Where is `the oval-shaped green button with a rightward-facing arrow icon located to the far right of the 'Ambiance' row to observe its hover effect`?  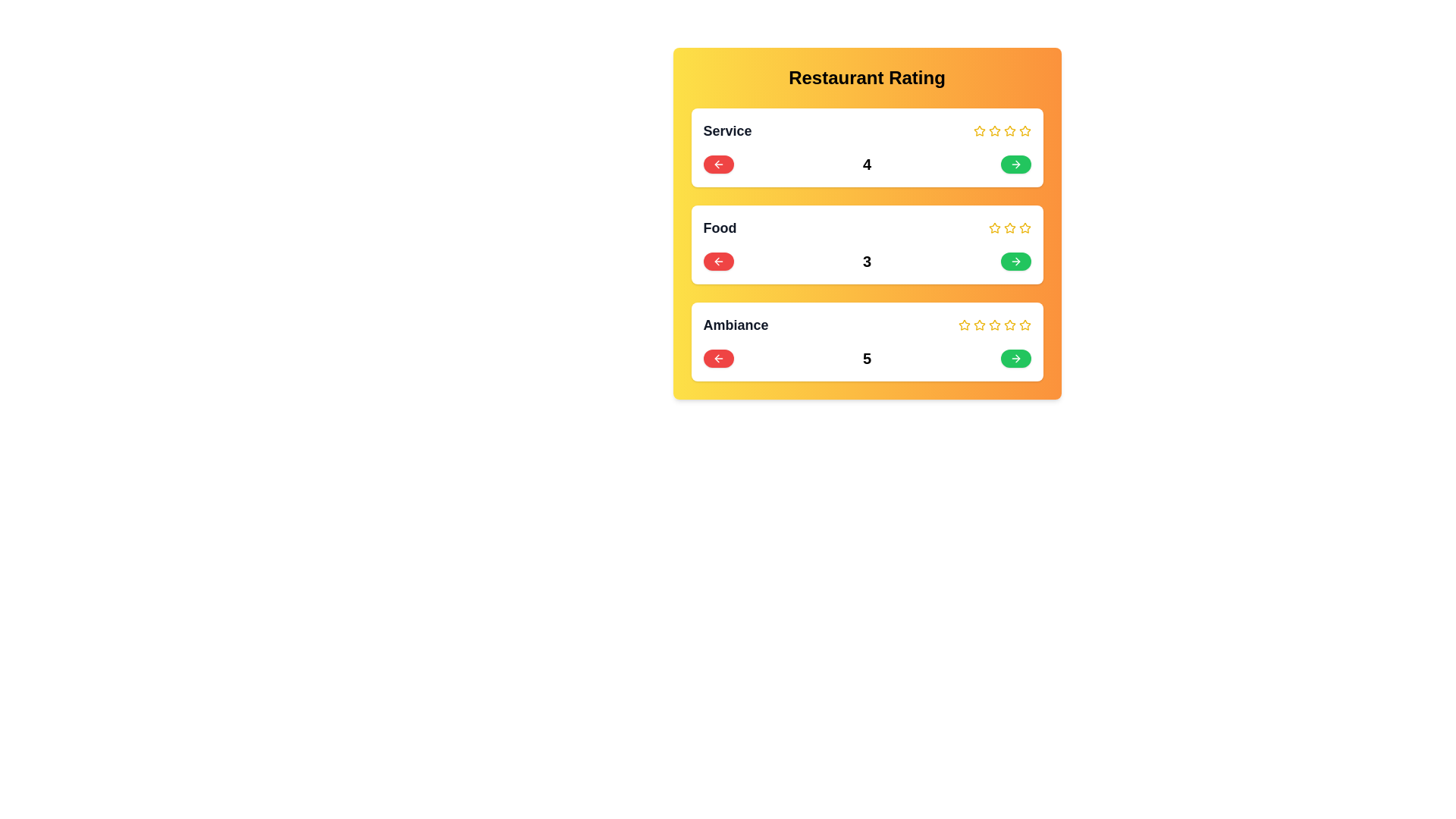
the oval-shaped green button with a rightward-facing arrow icon located to the far right of the 'Ambiance' row to observe its hover effect is located at coordinates (1015, 359).